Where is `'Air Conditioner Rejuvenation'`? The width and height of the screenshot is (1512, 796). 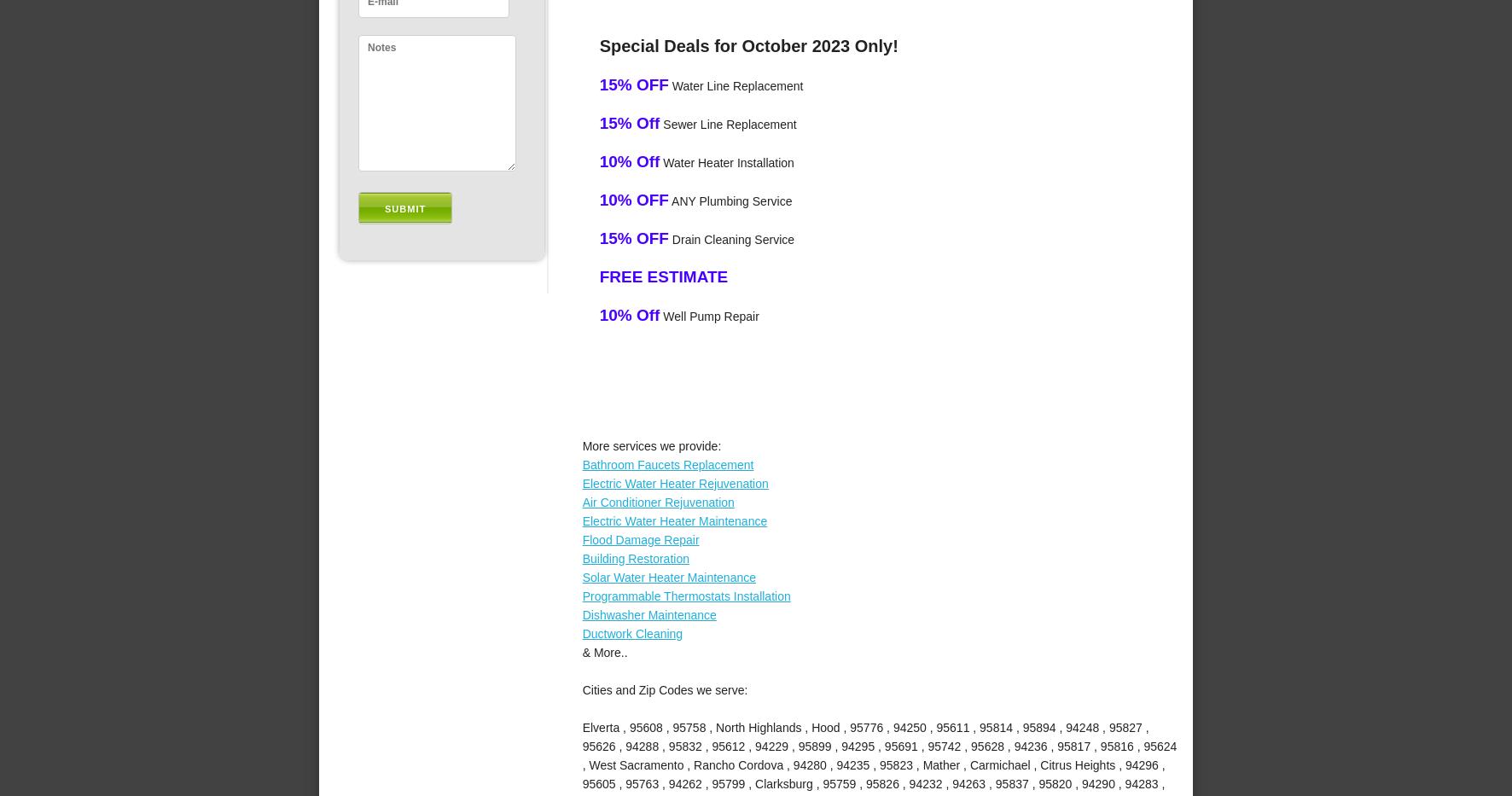
'Air Conditioner Rejuvenation' is located at coordinates (656, 501).